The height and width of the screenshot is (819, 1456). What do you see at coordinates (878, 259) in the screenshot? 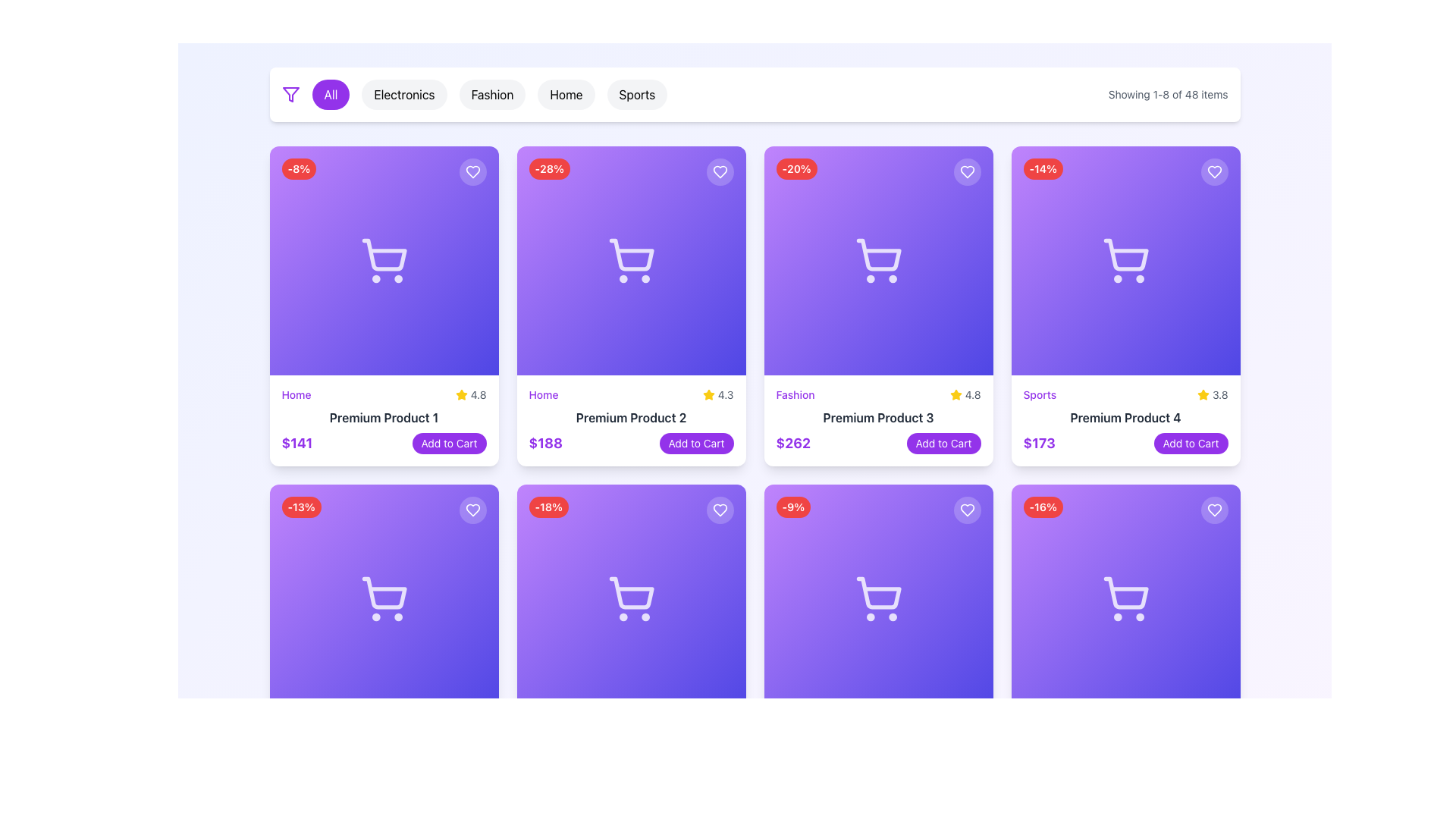
I see `the shopping cart icon located in the Premium Product 3 card, which is centered within a purple-to-indigo gradient square` at bounding box center [878, 259].